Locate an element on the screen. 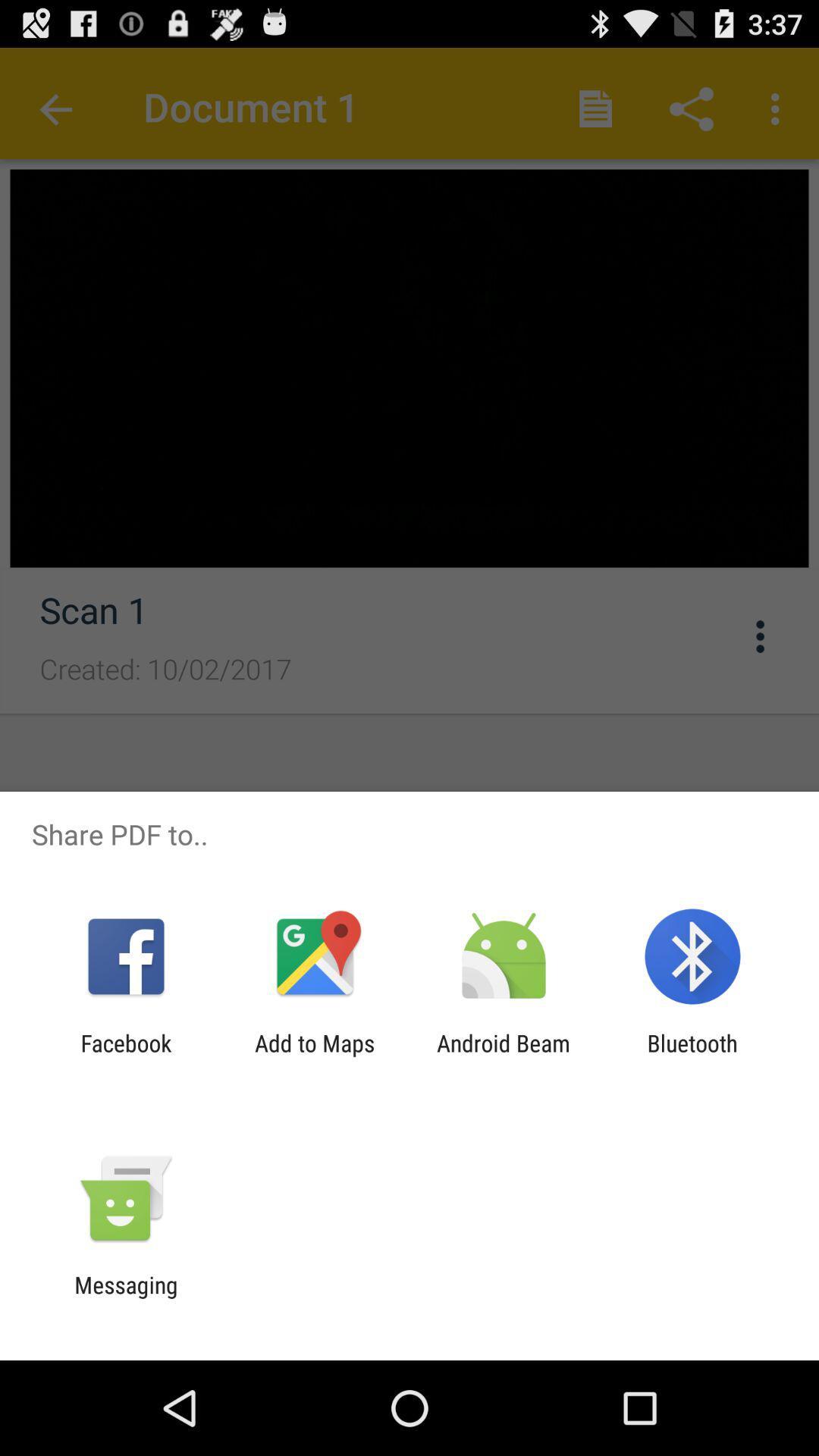 The image size is (819, 1456). item next to the add to maps item is located at coordinates (125, 1056).